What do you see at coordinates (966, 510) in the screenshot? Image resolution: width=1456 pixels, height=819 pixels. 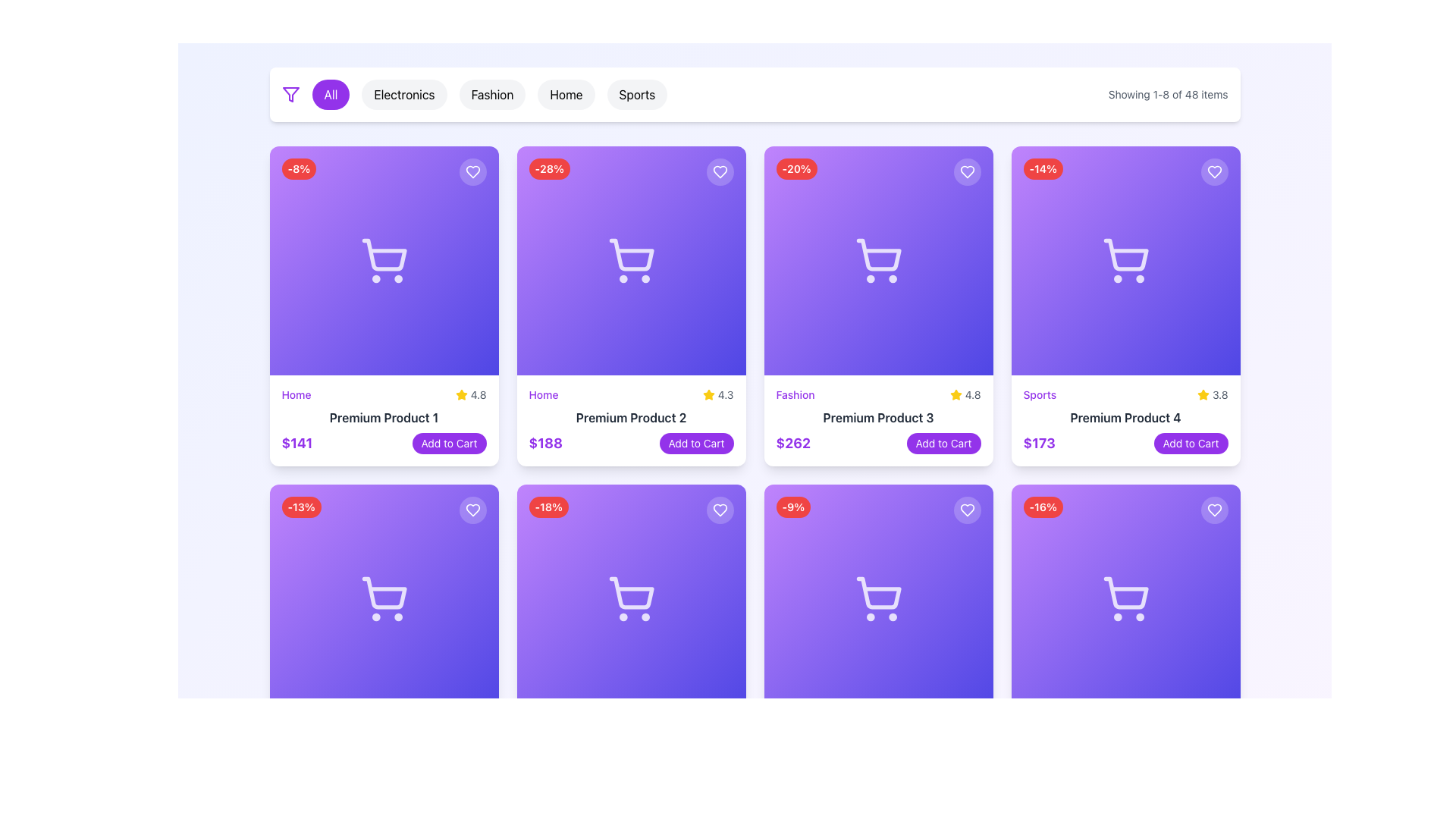 I see `the circular Icon Button with a heart outline in the top-right corner of the product card` at bounding box center [966, 510].